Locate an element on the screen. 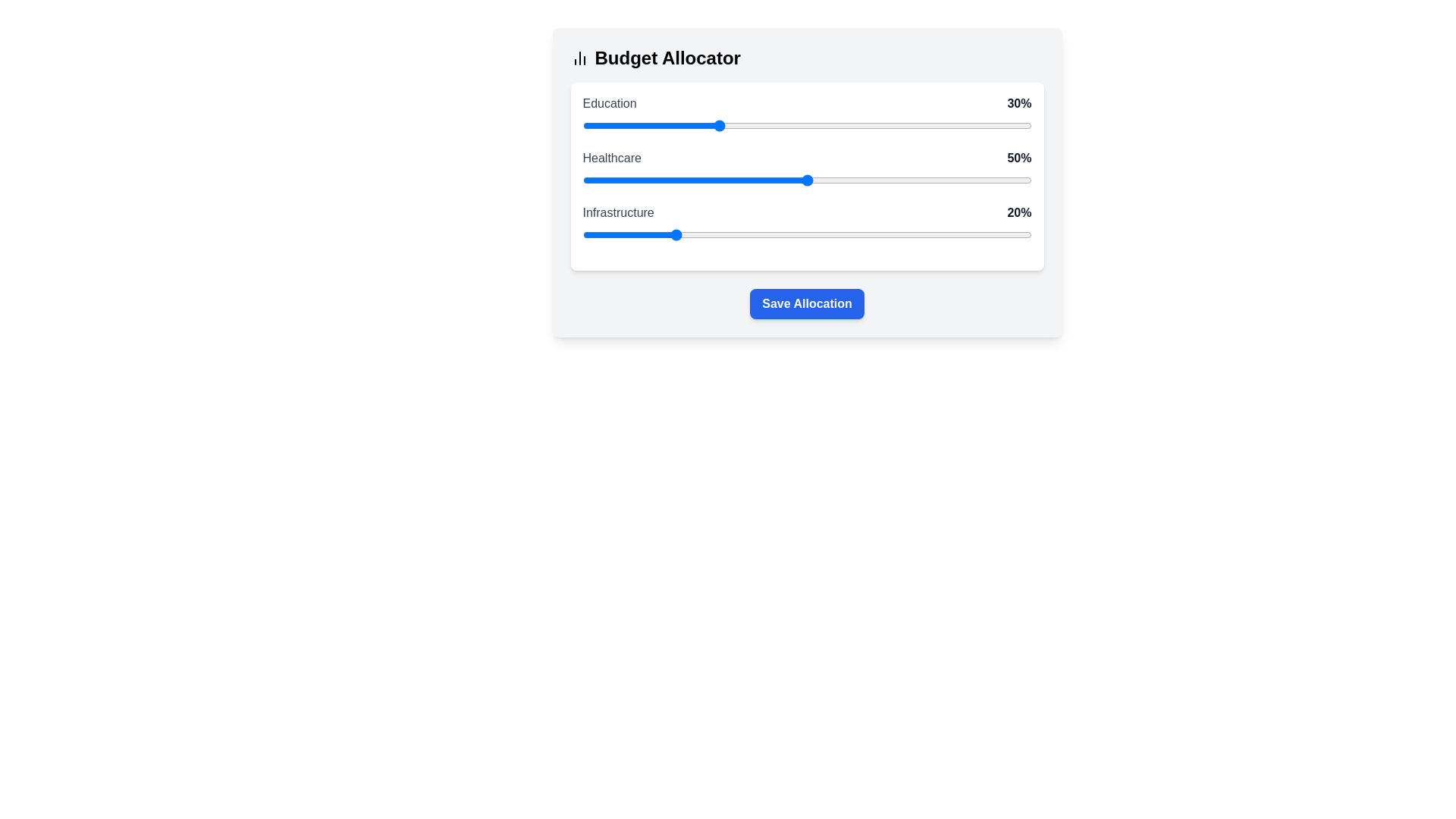  infrastructure allocation is located at coordinates (1000, 234).